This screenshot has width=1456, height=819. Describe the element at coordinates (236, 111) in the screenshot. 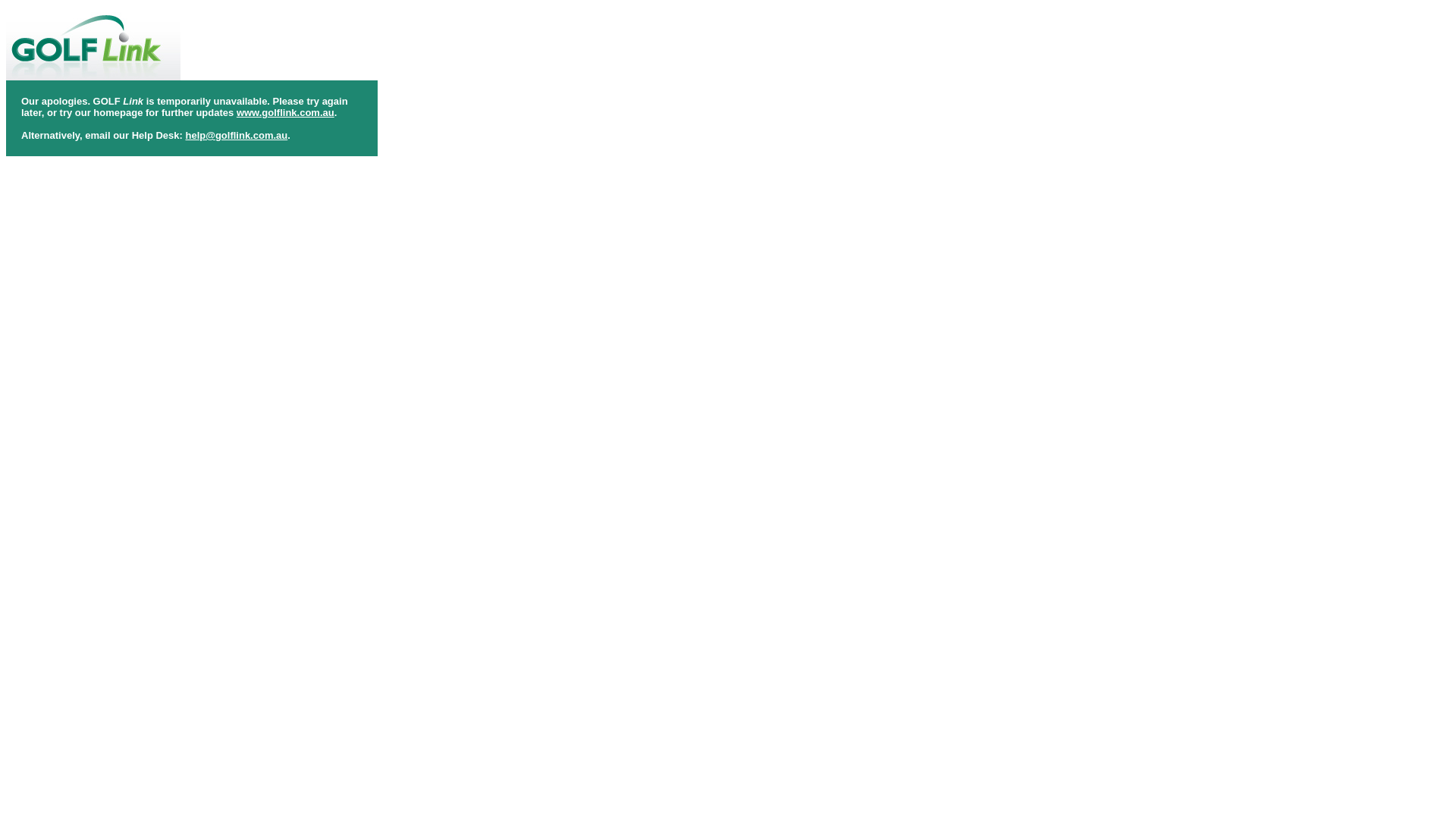

I see `'www.golflink.com.au'` at that location.